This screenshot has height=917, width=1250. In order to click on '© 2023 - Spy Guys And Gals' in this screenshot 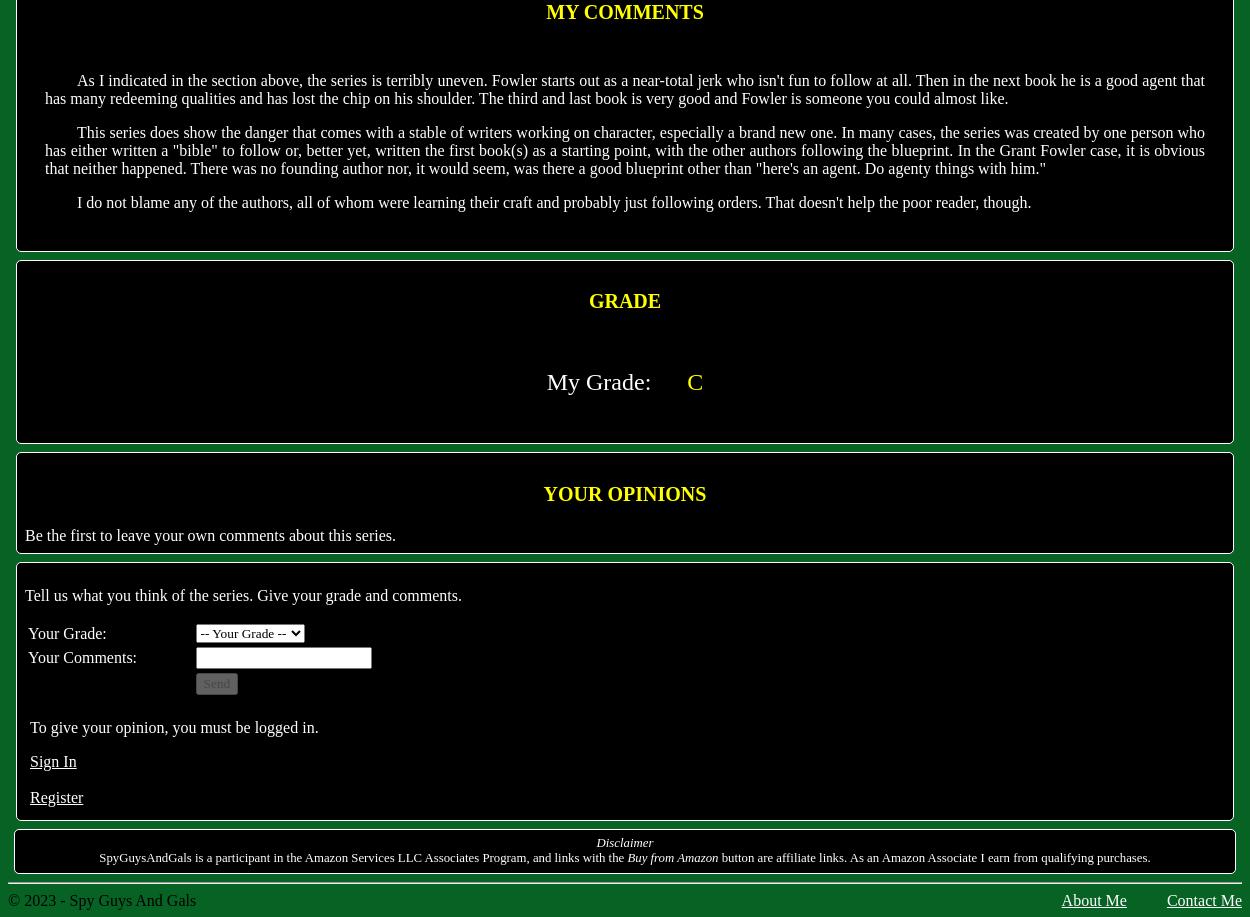, I will do `click(8, 898)`.